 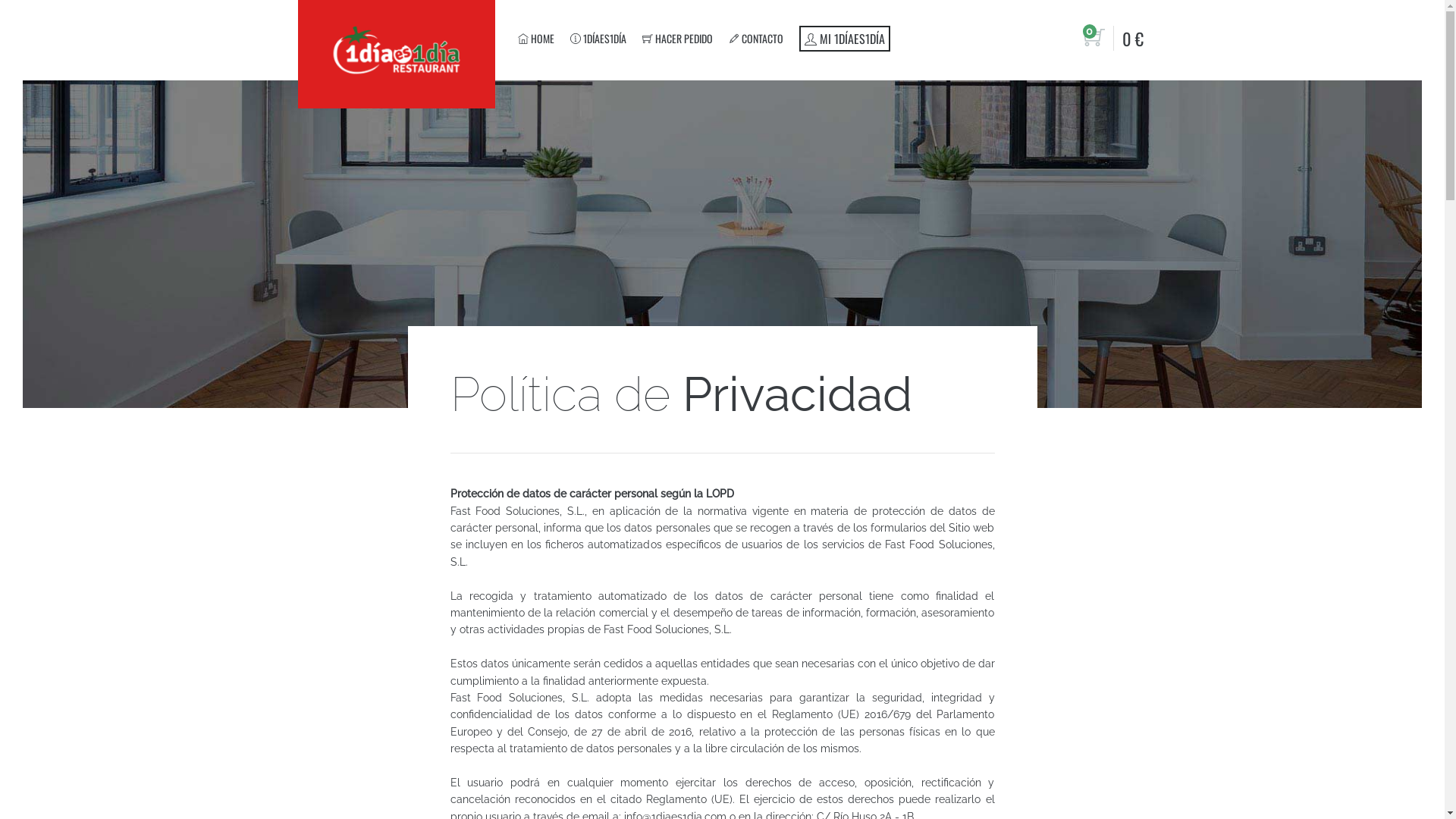 What do you see at coordinates (676, 37) in the screenshot?
I see `' HACER PEDIDO'` at bounding box center [676, 37].